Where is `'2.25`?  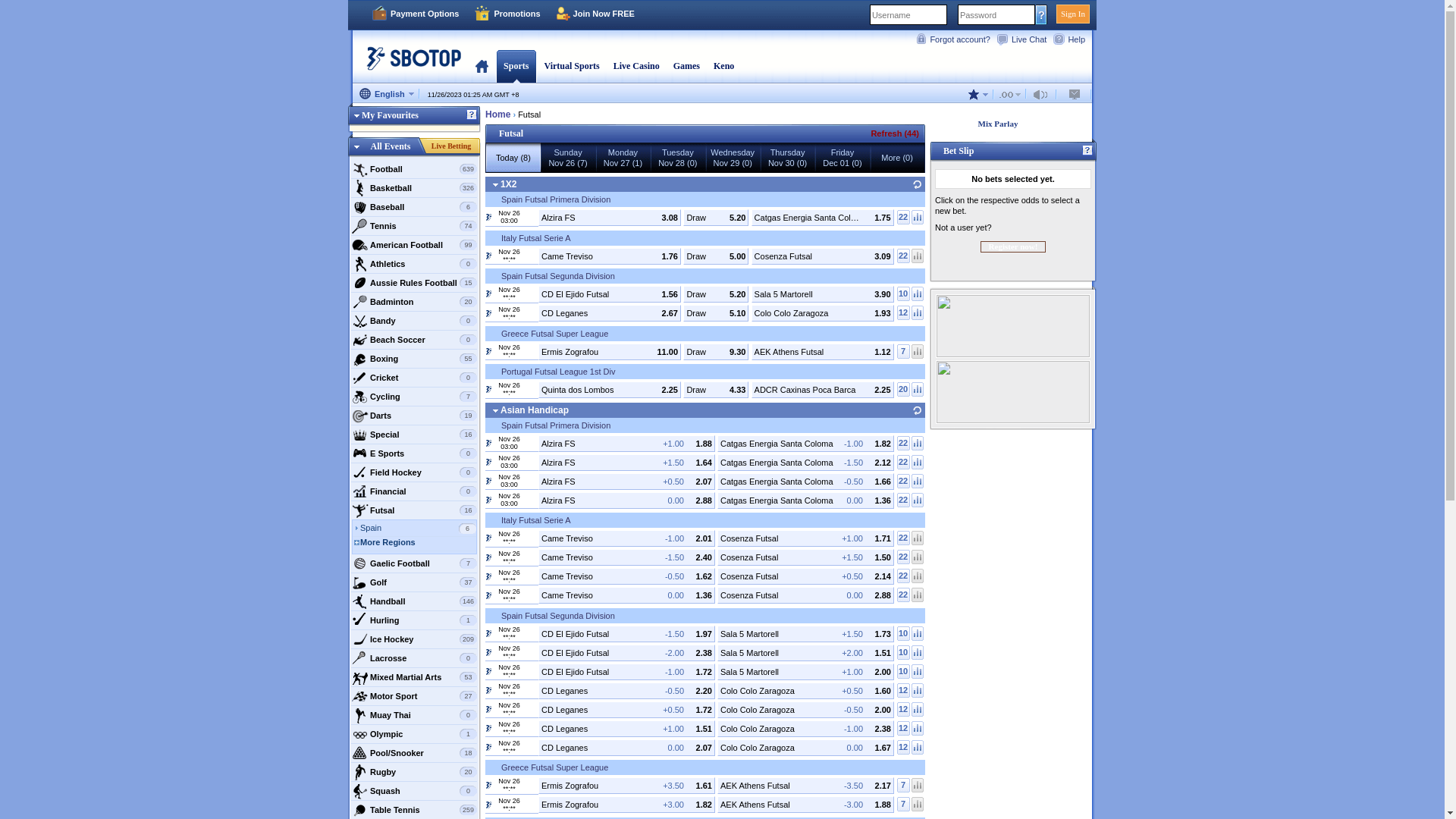
'2.25 is located at coordinates (610, 388).